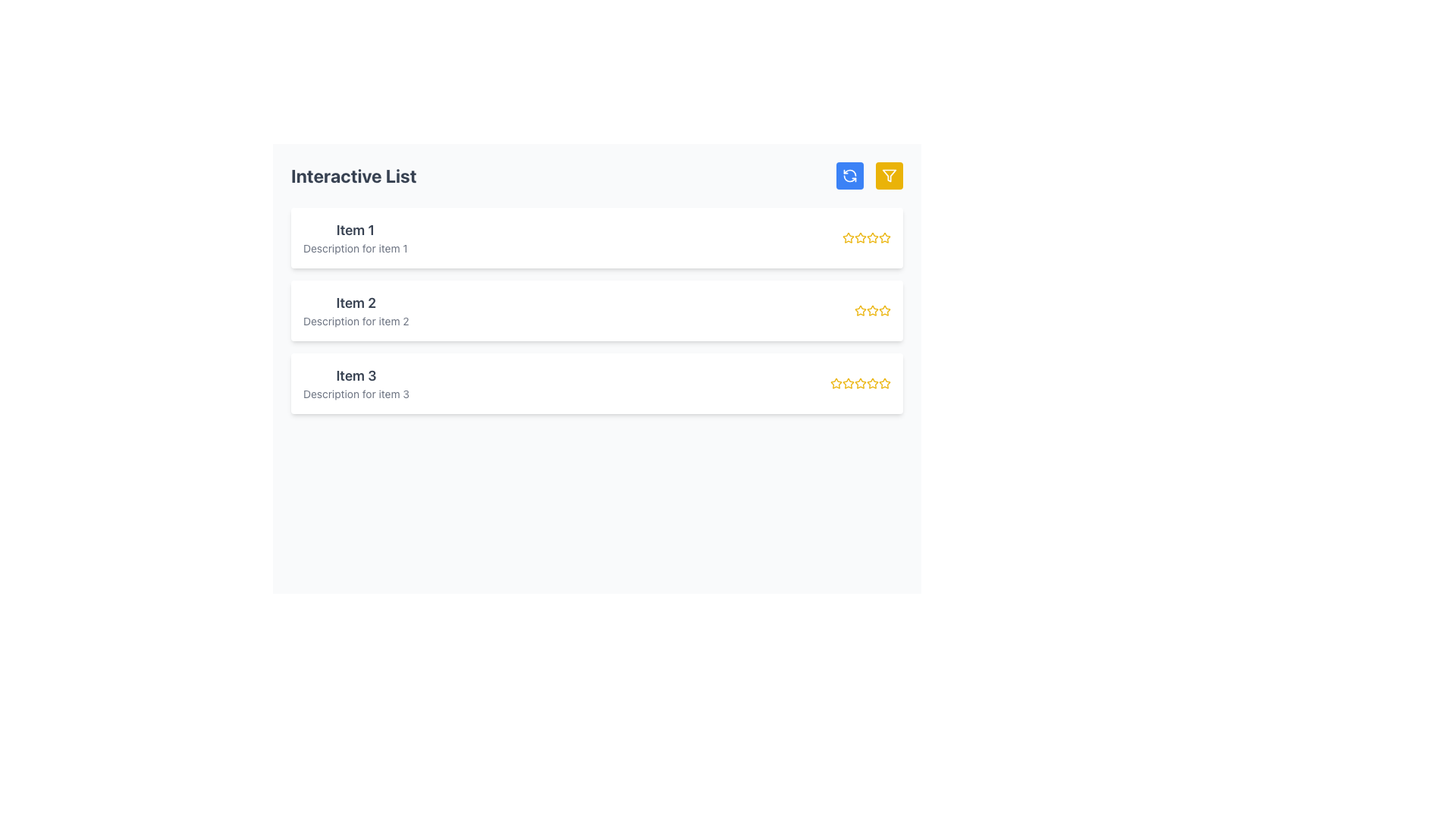 The width and height of the screenshot is (1456, 819). What do you see at coordinates (355, 309) in the screenshot?
I see `text content of the second list item displayed within a card that is centered and has rounded corners, located between the 'Item 1' and 'Item 3' cards` at bounding box center [355, 309].